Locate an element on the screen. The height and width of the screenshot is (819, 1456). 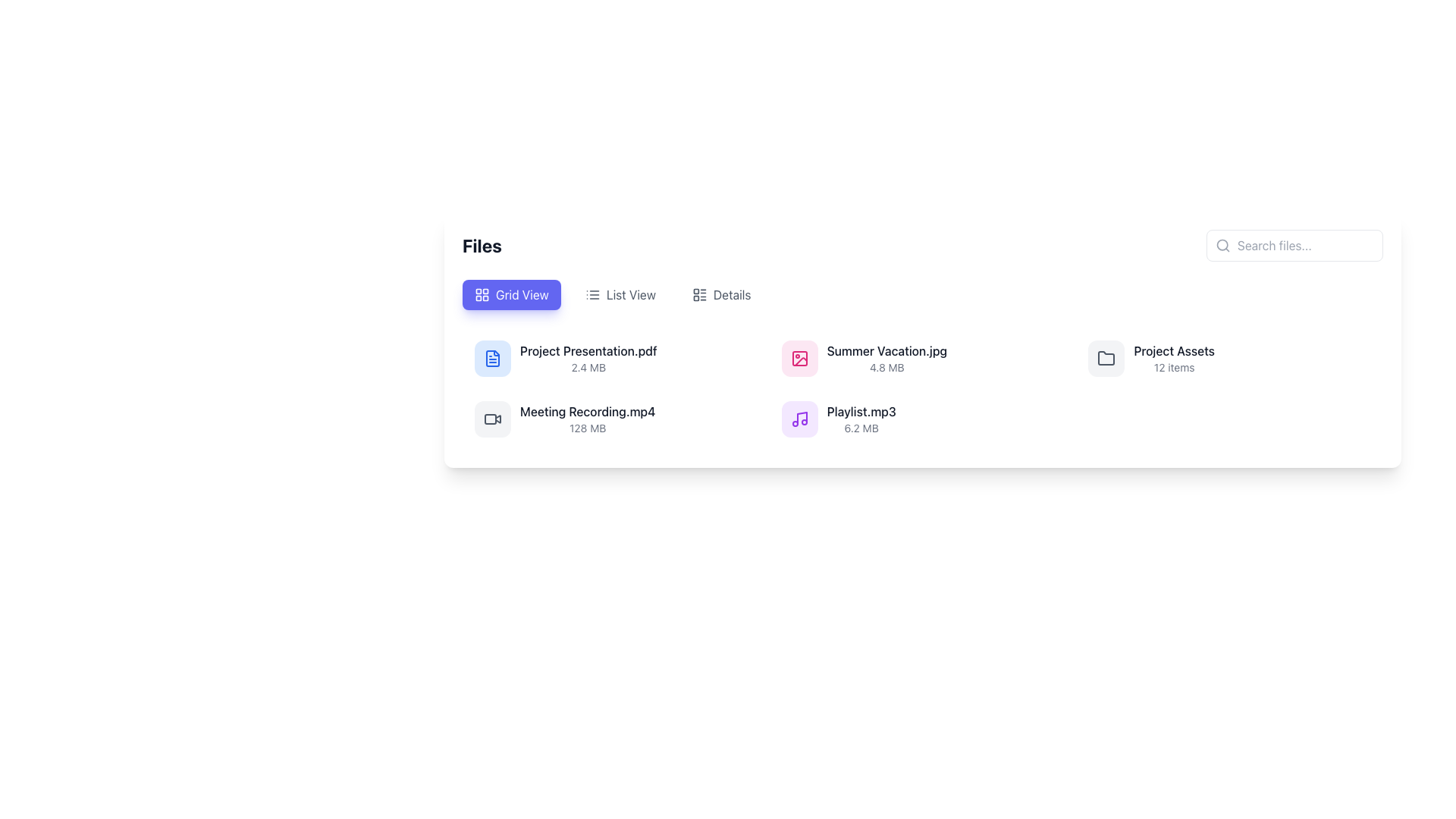
the file entry titled 'Project Presentation.pdf' by single clicking on it is located at coordinates (564, 359).